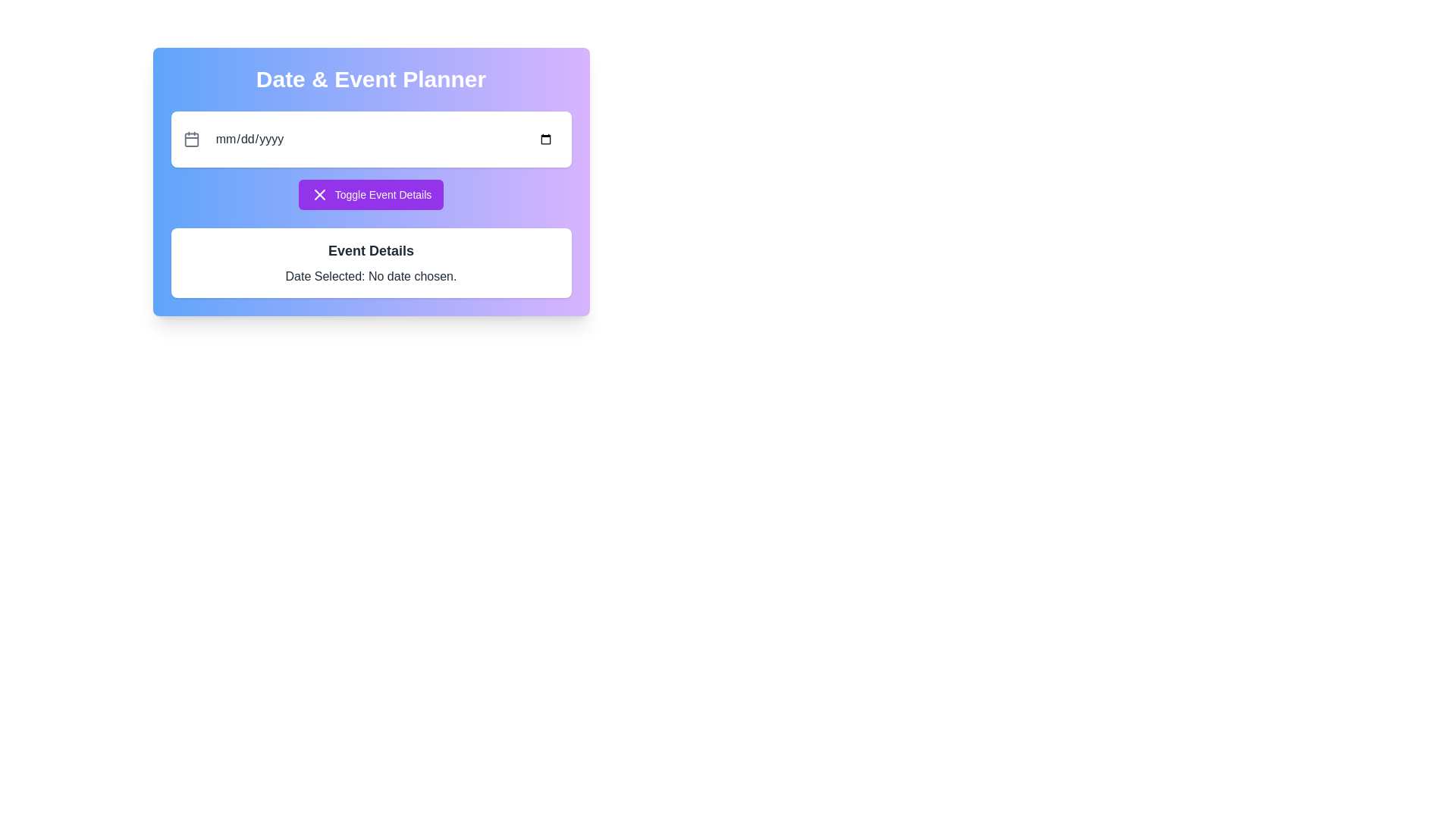 The height and width of the screenshot is (819, 1456). I want to click on the text label that reads 'Date Selected: No date chosen.' located in the 'Event Details' section, directly below the header text 'Event Details', so click(371, 277).